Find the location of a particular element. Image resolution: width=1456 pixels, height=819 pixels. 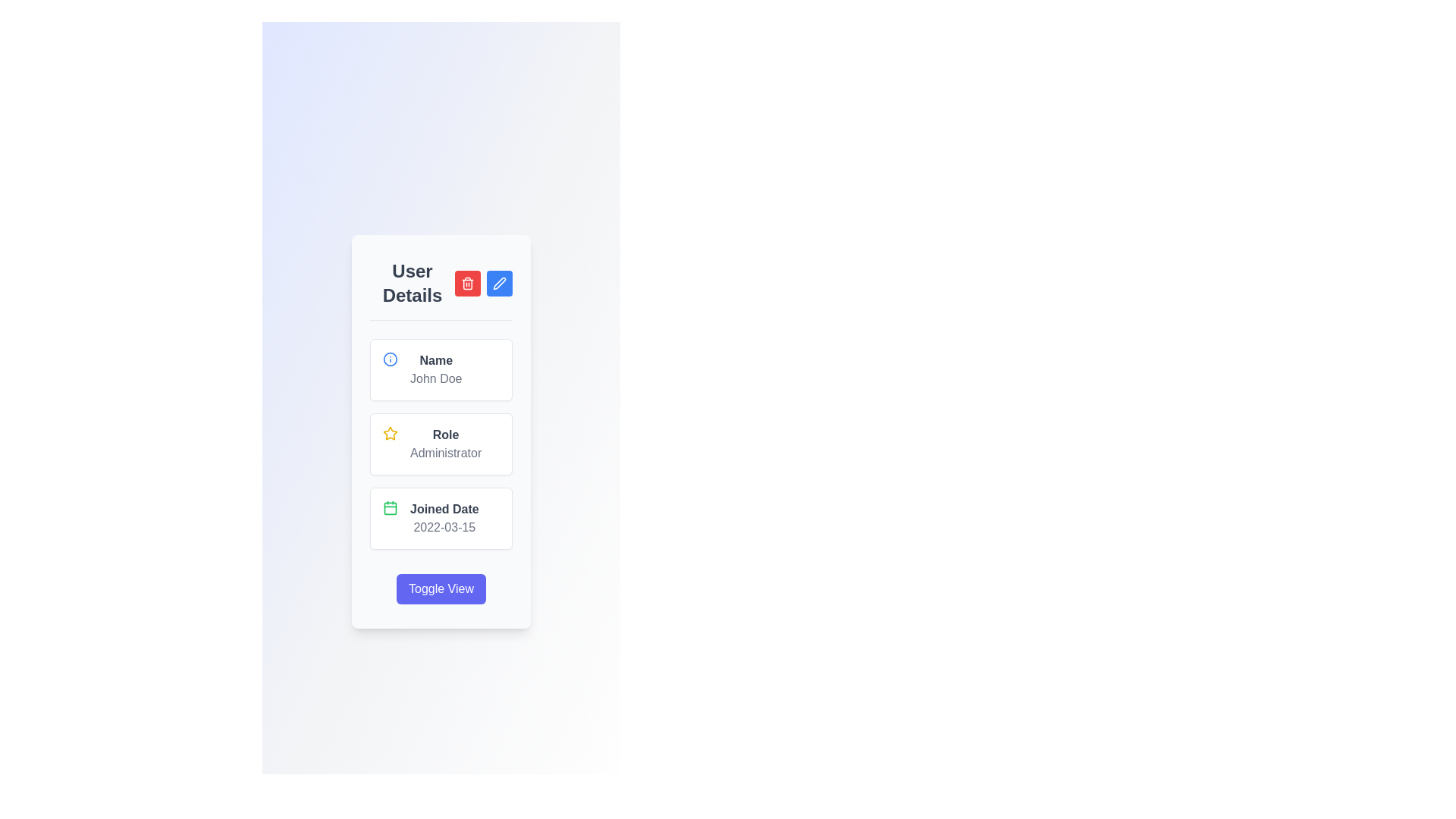

the 'Joined Date' text display element which shows the date '2022-03-15', positioned between the 'Role' section and the 'Toggle View' button is located at coordinates (444, 517).